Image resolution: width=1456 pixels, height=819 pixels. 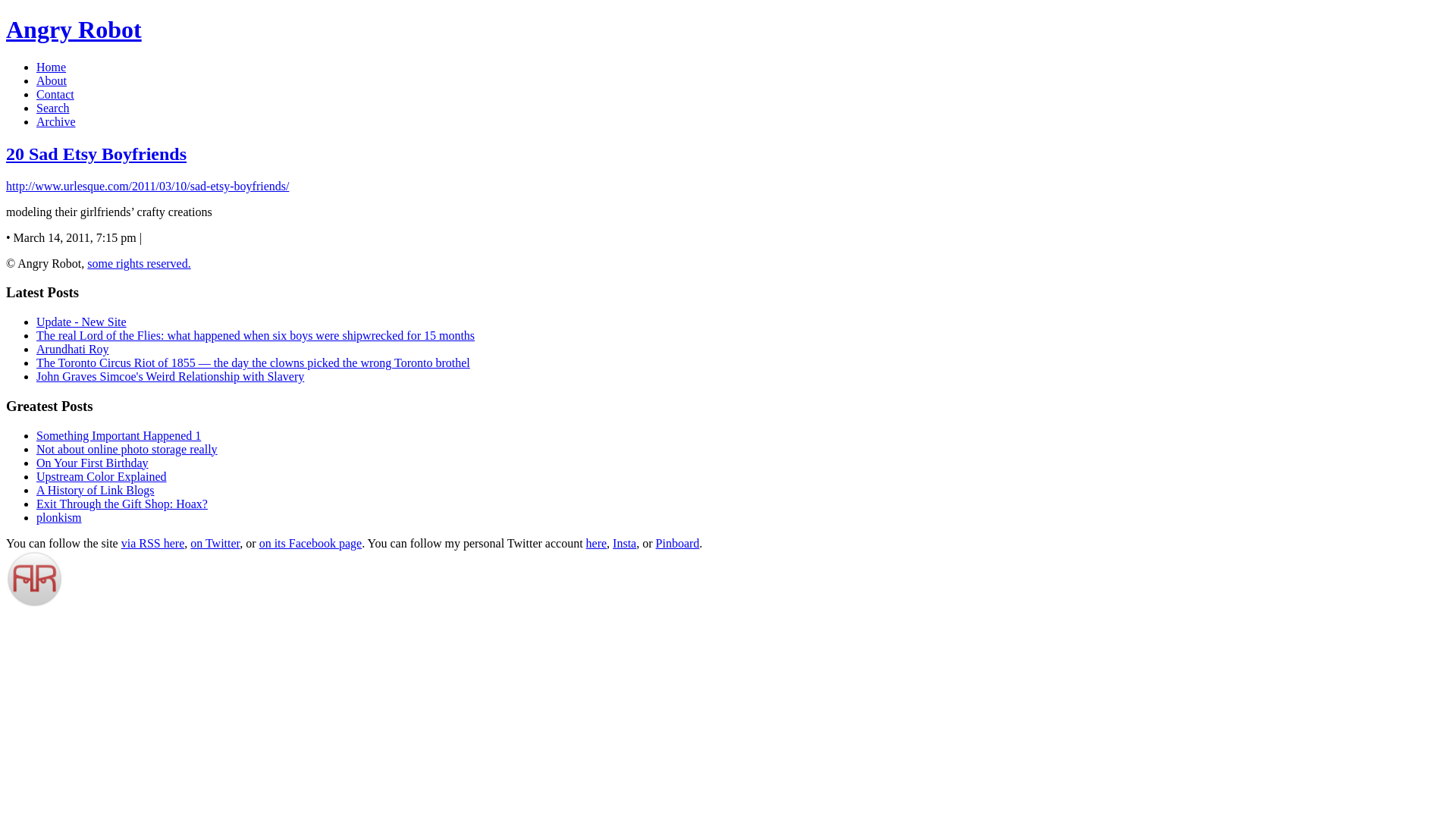 I want to click on 'on Twitter', so click(x=189, y=542).